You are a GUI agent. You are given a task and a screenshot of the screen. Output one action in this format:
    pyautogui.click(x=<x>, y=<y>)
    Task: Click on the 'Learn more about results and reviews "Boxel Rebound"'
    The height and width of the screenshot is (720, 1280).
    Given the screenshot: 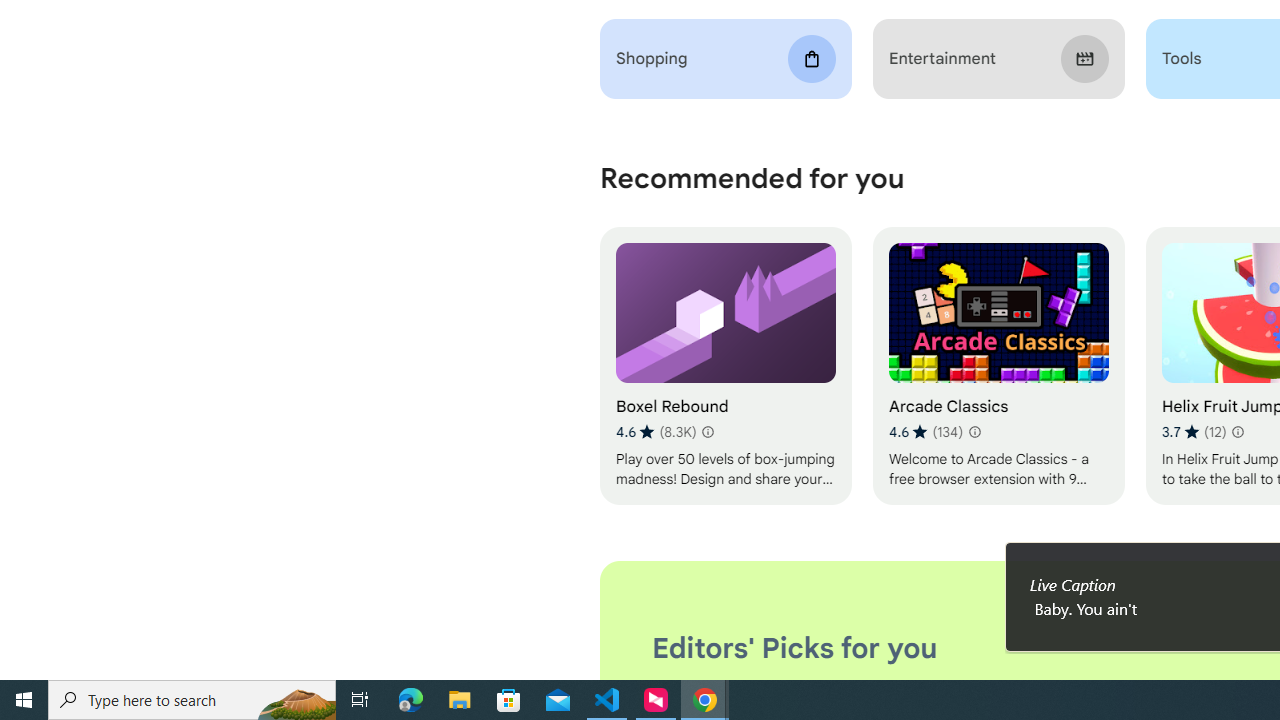 What is the action you would take?
    pyautogui.click(x=707, y=431)
    